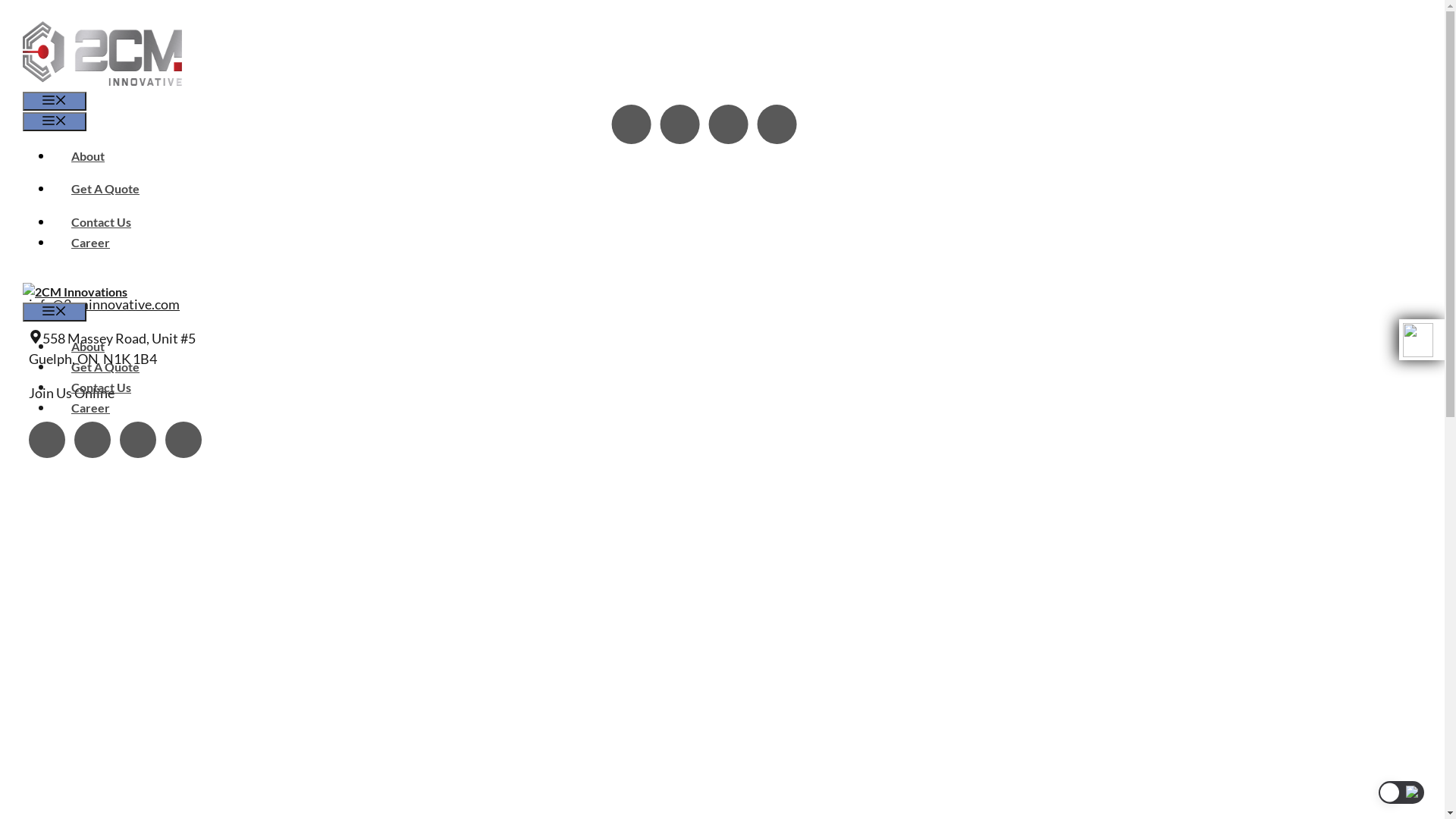 The height and width of the screenshot is (819, 1456). Describe the element at coordinates (182, 439) in the screenshot. I see `'LinkedIn'` at that location.